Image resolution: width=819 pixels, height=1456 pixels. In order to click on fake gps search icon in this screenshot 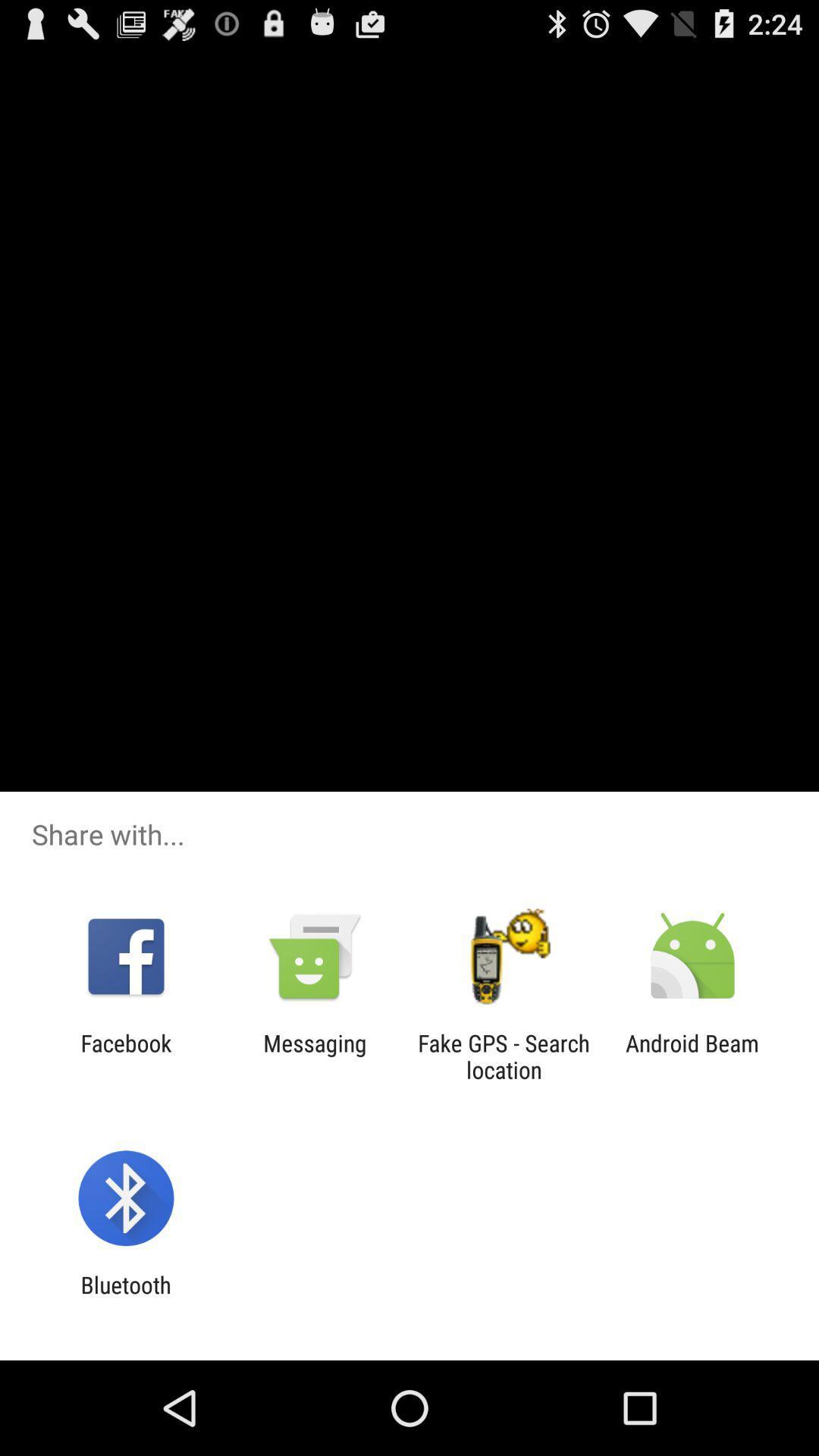, I will do `click(504, 1056)`.